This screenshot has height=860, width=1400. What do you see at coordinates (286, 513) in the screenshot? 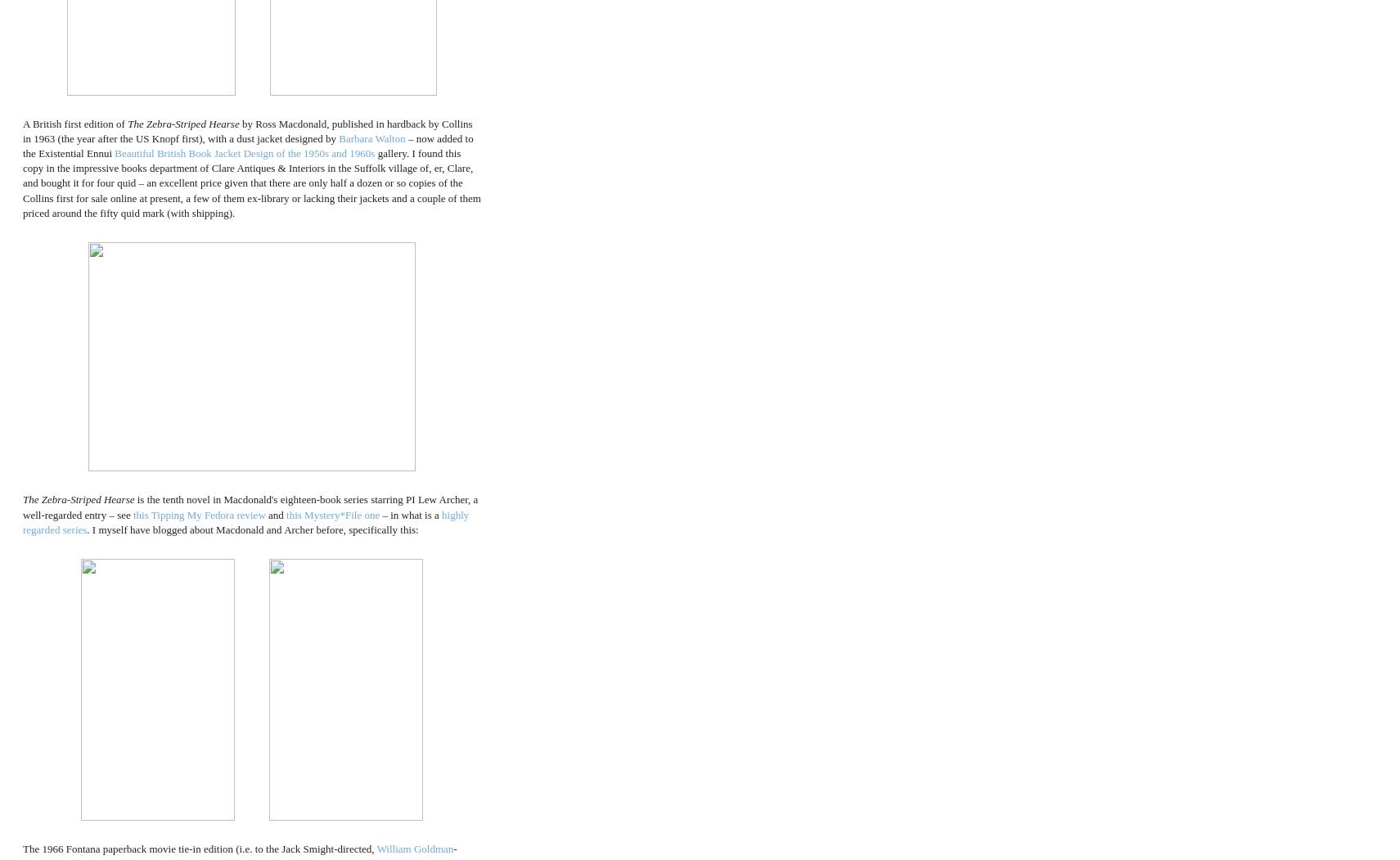
I see `'this Mystery*File one'` at bounding box center [286, 513].